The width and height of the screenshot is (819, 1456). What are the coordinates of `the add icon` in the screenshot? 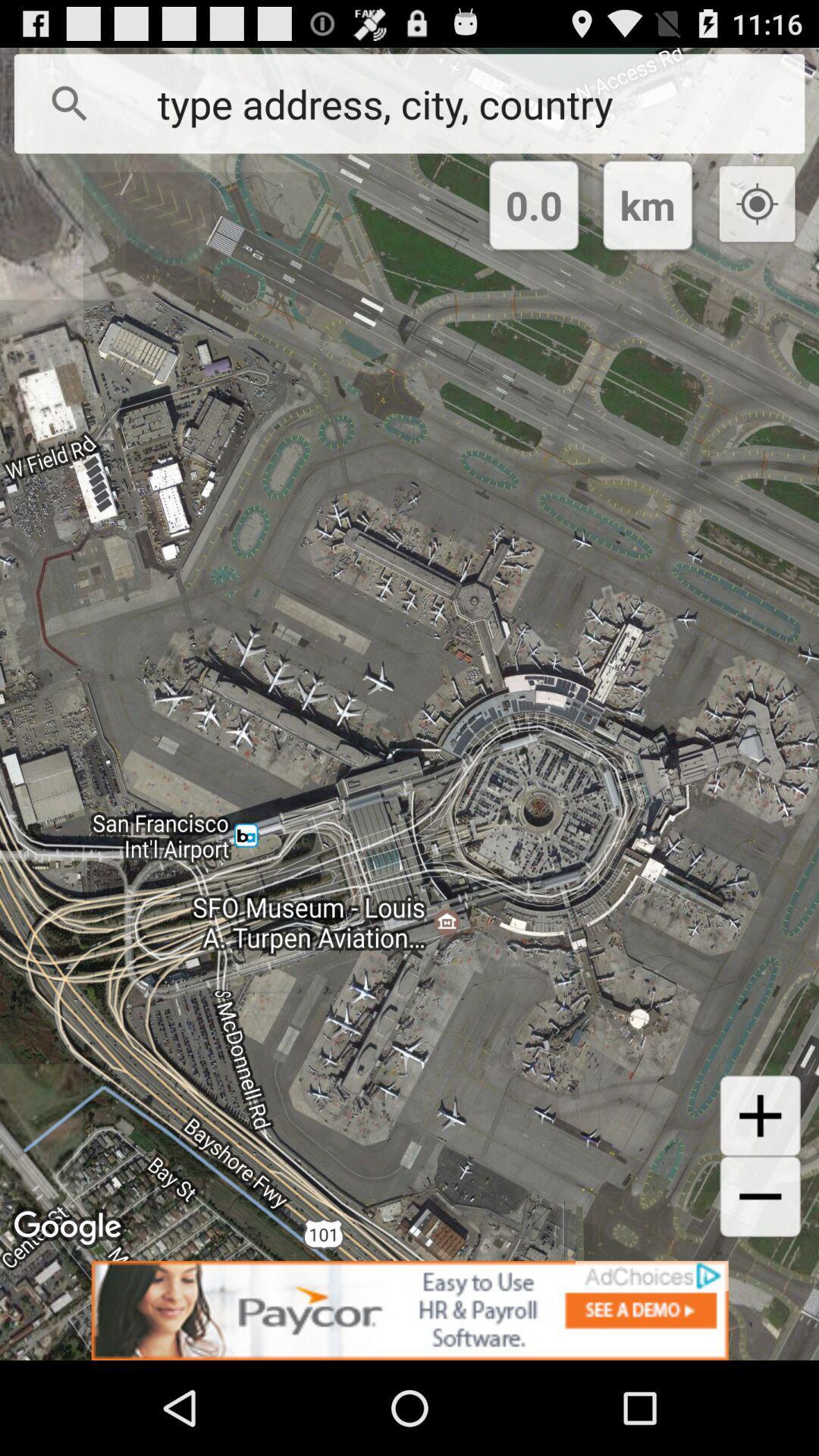 It's located at (760, 1193).